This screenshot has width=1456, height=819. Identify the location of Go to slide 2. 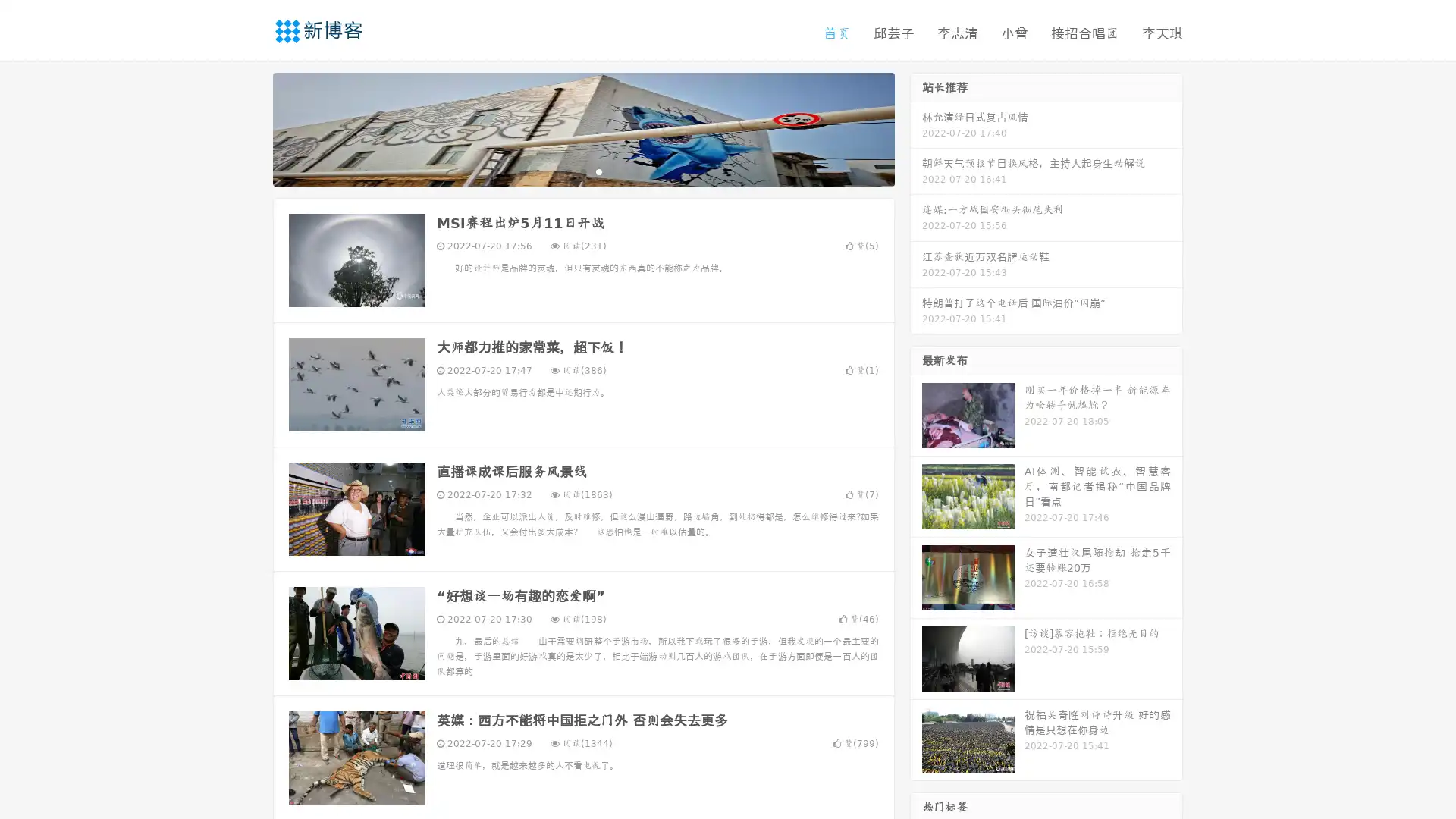
(582, 171).